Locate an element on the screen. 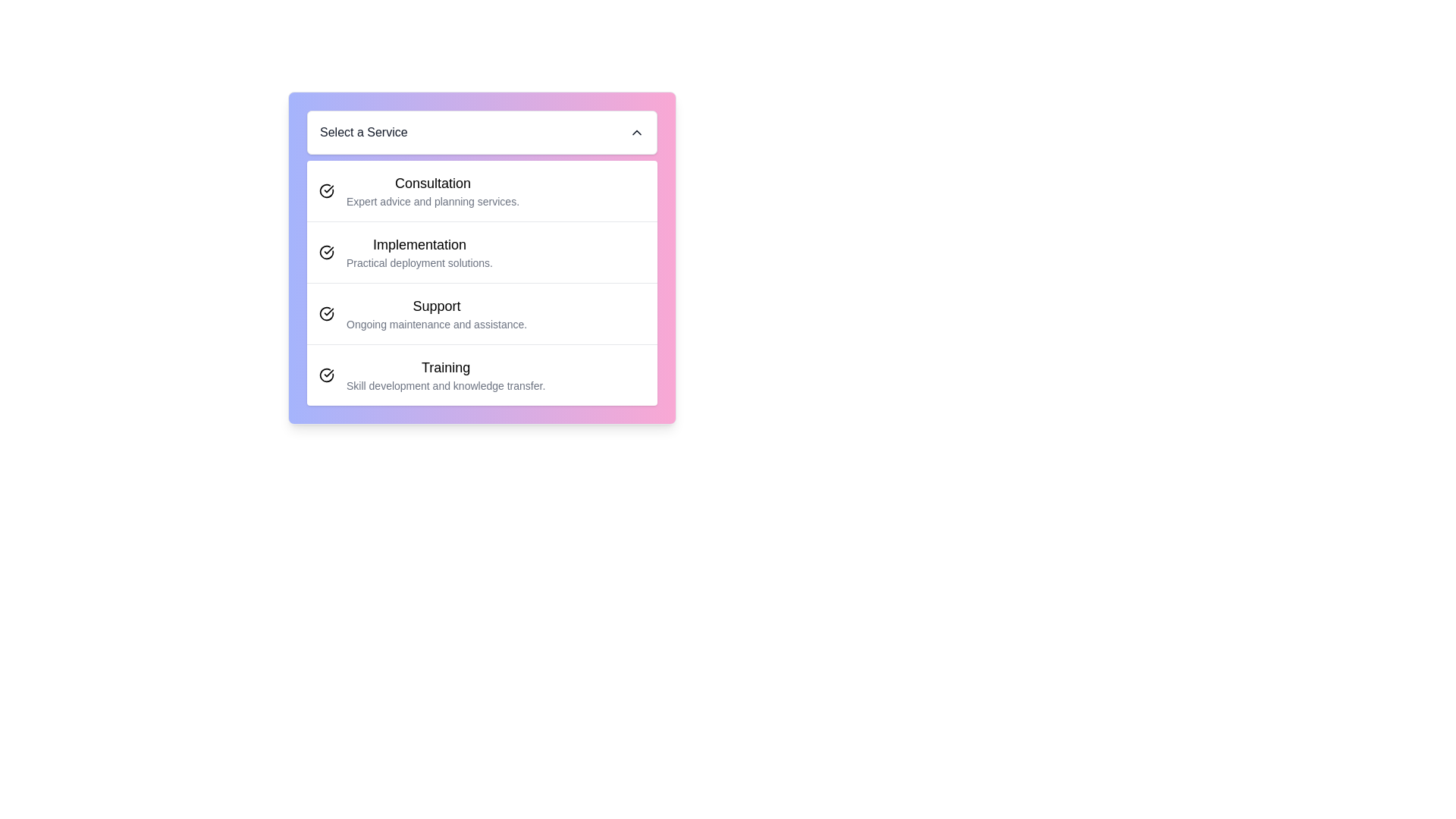 This screenshot has height=819, width=1456. the circular icon with a checkmark inside, which is positioned to the left of the 'Support' text label in the menu list is located at coordinates (326, 312).